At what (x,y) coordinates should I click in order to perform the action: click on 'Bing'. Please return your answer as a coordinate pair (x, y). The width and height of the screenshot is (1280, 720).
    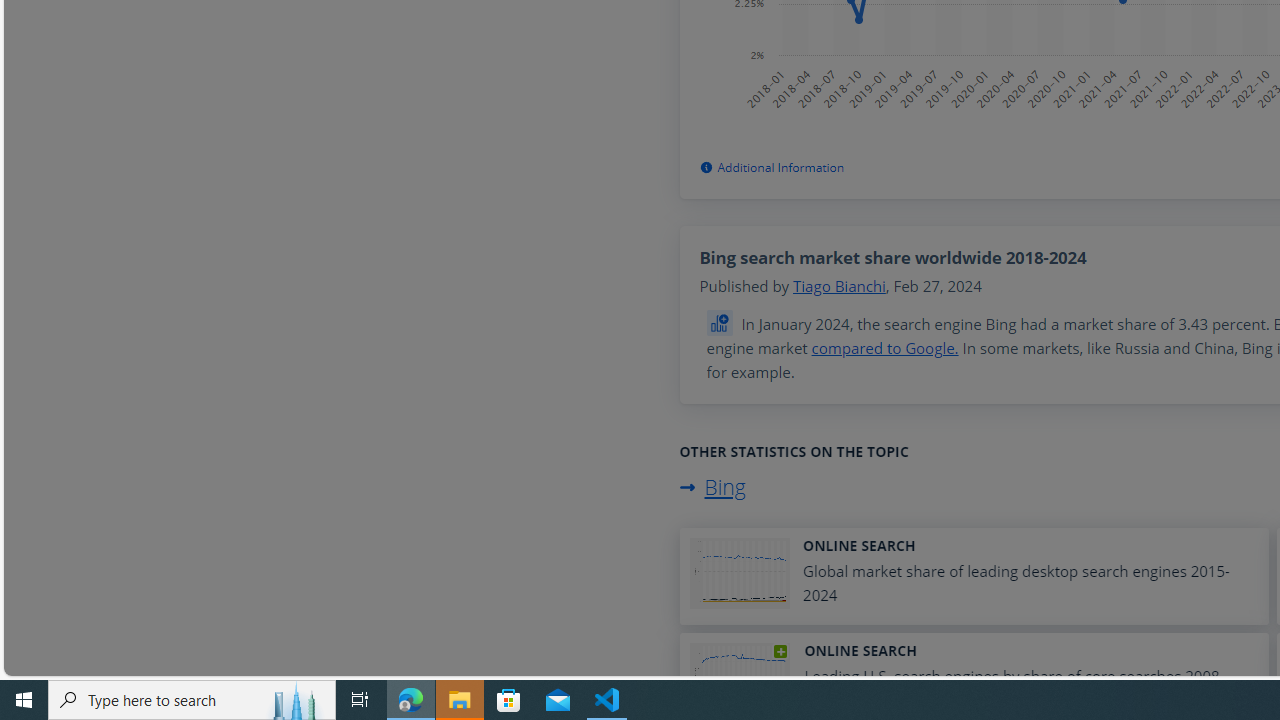
    Looking at the image, I should click on (712, 487).